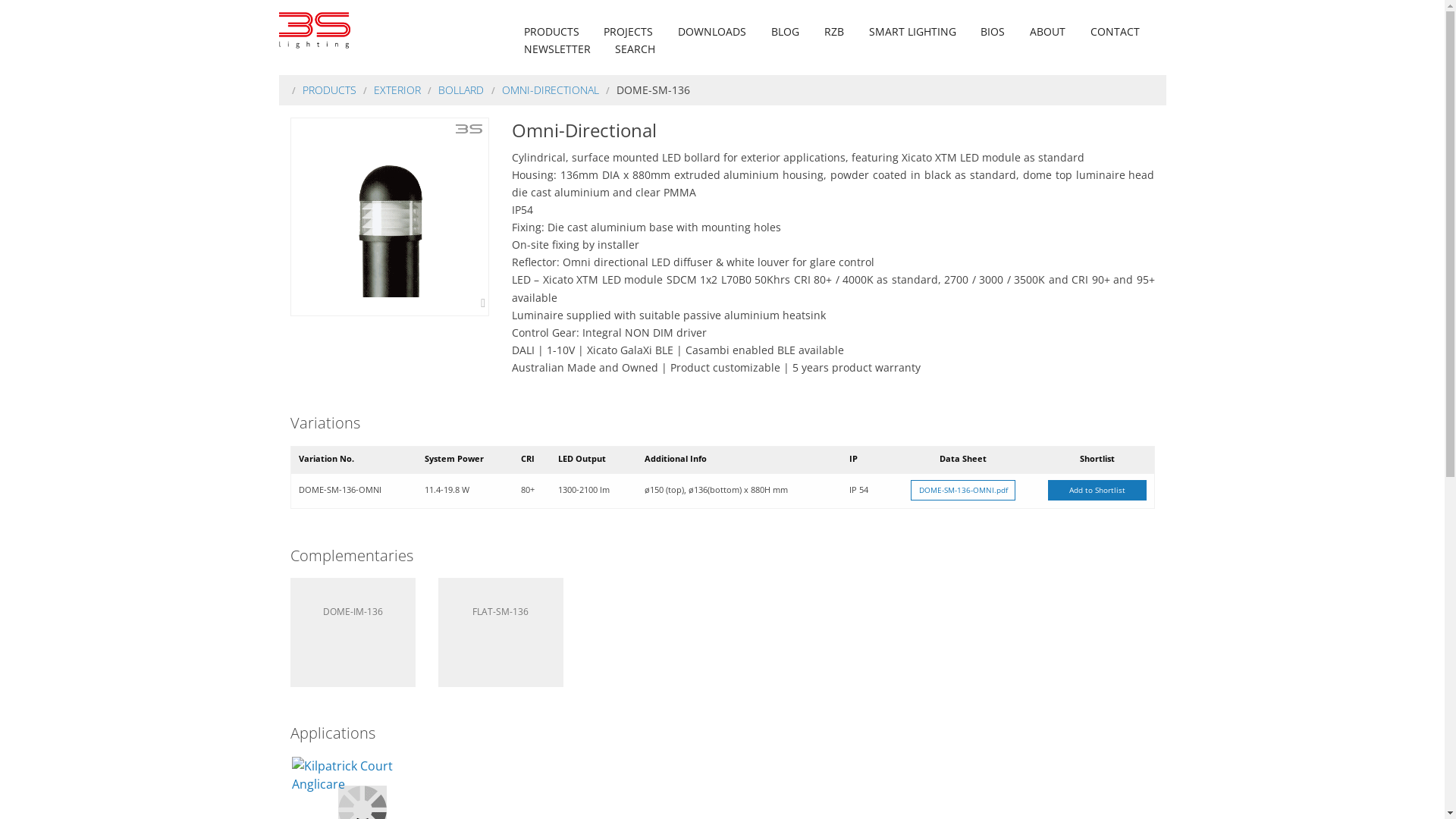 This screenshot has height=819, width=1456. Describe the element at coordinates (1084, 31) in the screenshot. I see `'CONTACT'` at that location.